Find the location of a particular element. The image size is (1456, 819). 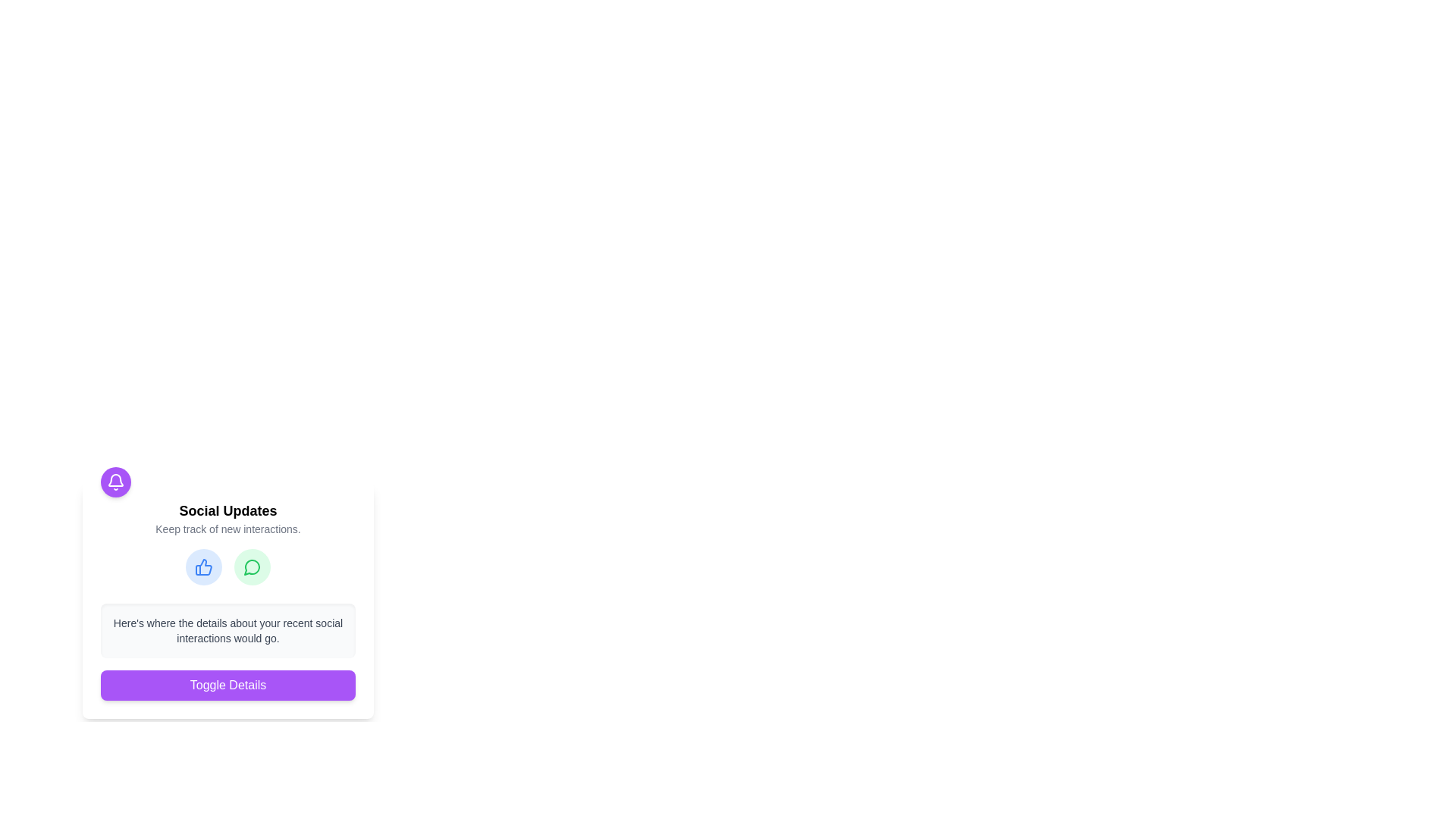

the conversation feature icon located in the middle of the 'Social Updates' card, to the right of the thumbs-up icon, directly below the title 'Social Updates' is located at coordinates (252, 567).